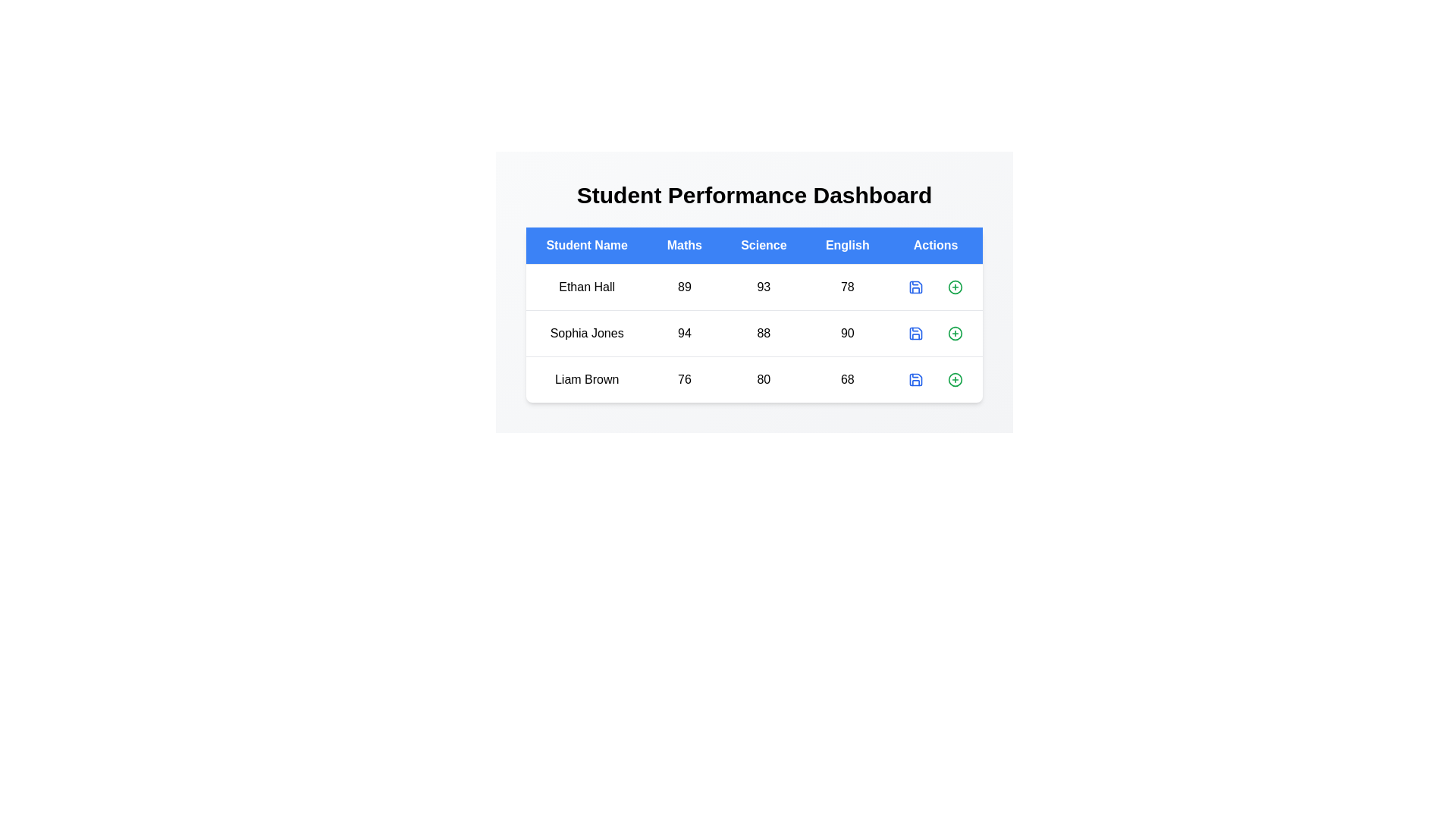 Image resolution: width=1456 pixels, height=819 pixels. What do you see at coordinates (915, 287) in the screenshot?
I see `'Save' button for the student identified by Ethan Hall` at bounding box center [915, 287].